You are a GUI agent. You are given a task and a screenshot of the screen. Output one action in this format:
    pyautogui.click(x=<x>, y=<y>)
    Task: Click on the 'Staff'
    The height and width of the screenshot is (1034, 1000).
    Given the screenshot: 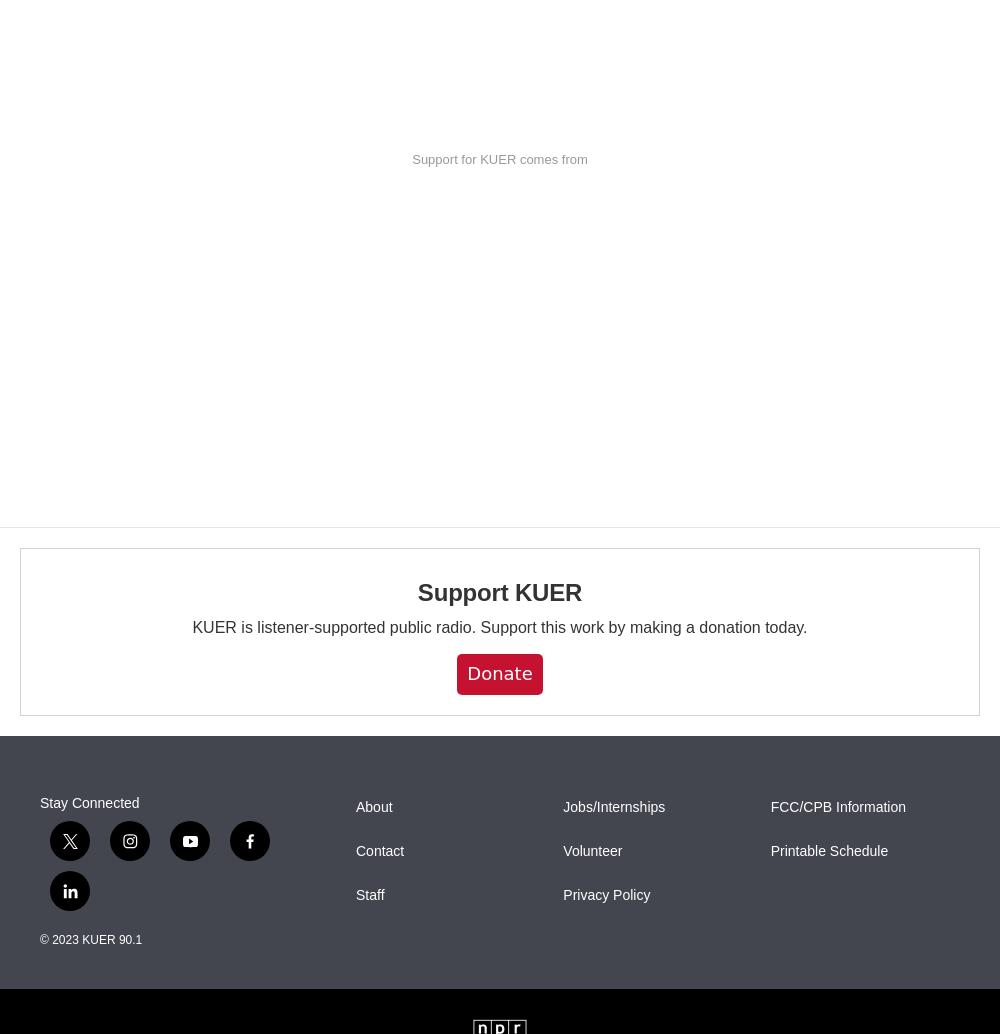 What is the action you would take?
    pyautogui.click(x=355, y=892)
    